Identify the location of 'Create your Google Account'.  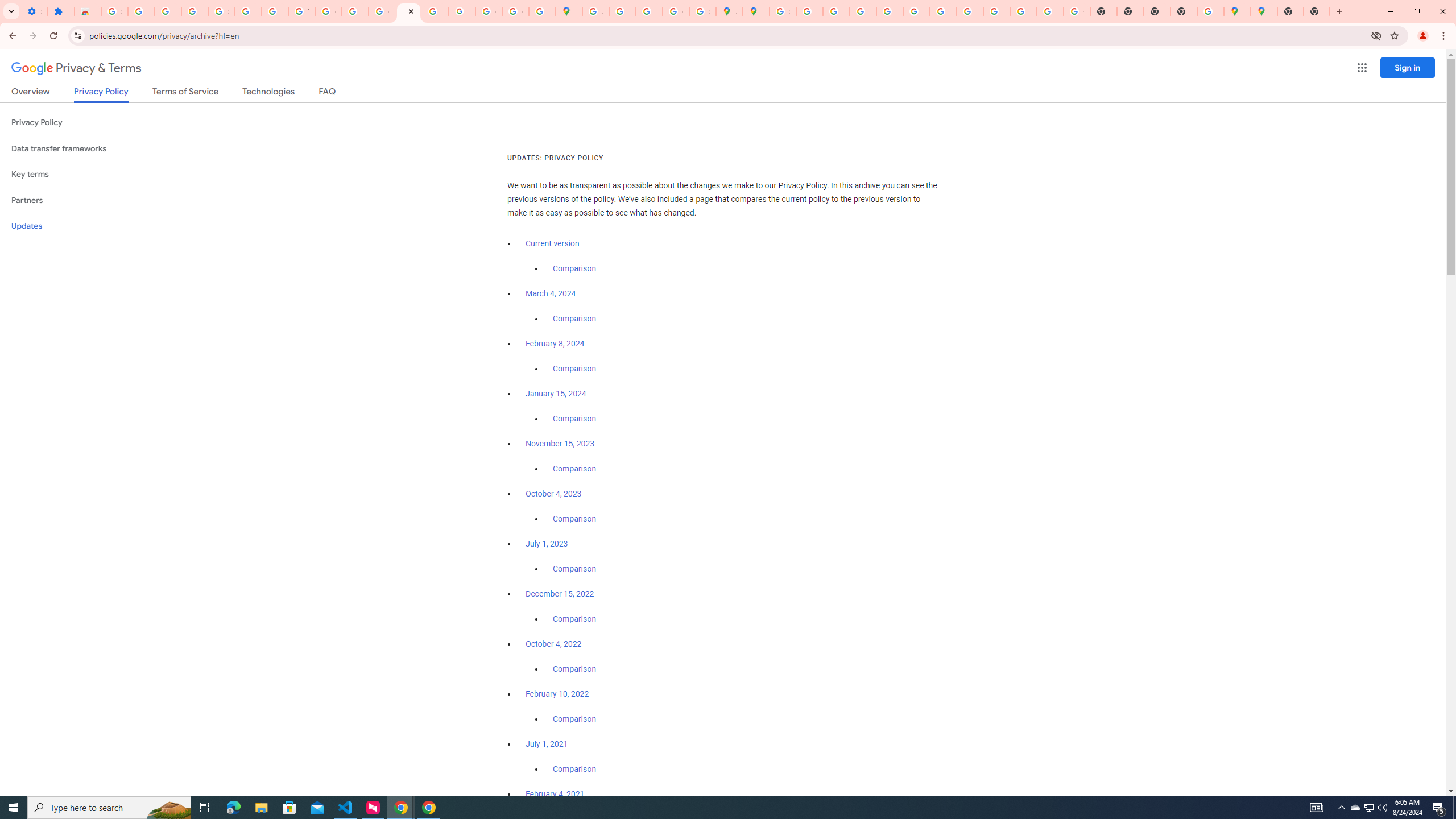
(649, 11).